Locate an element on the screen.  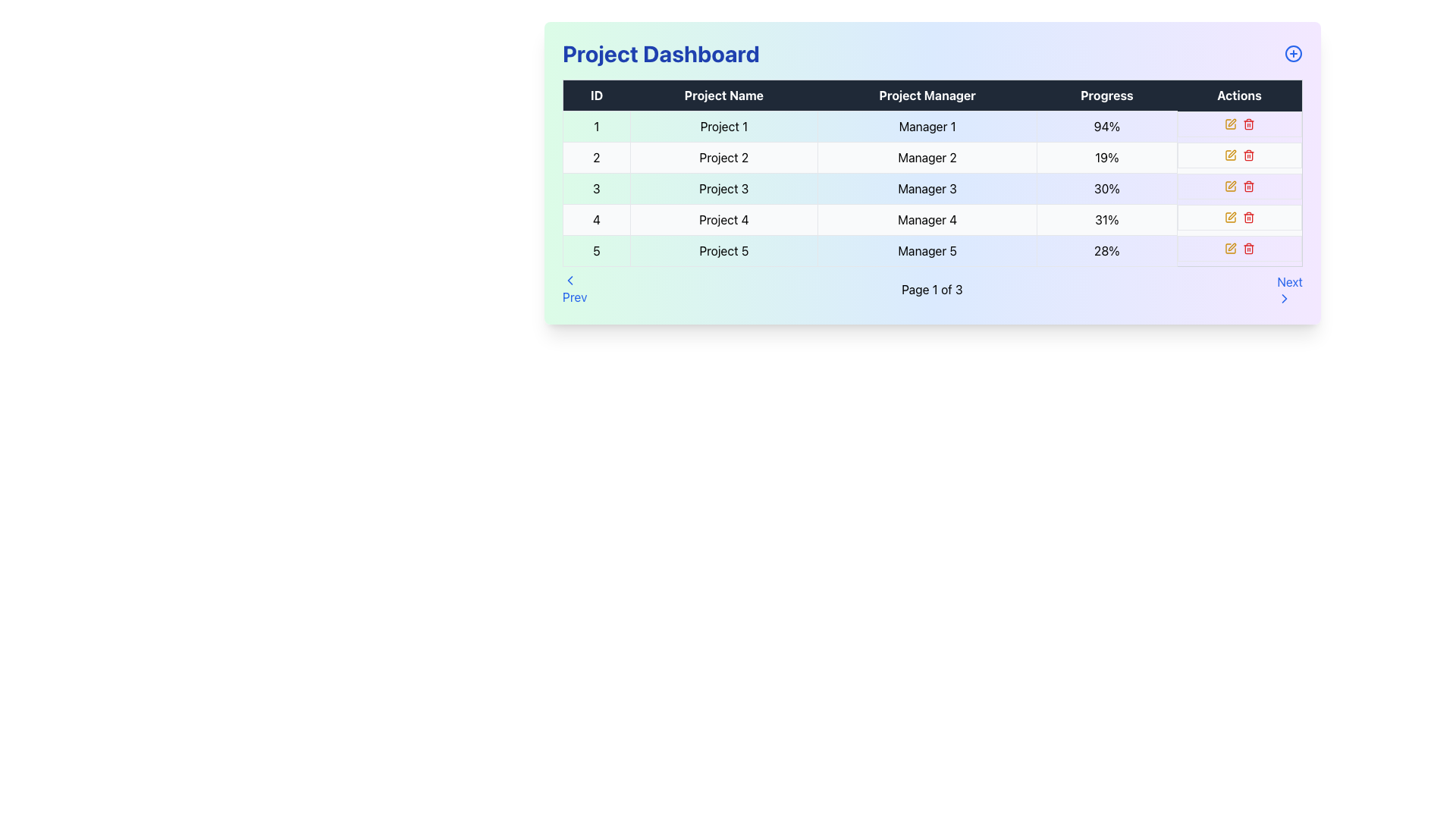
the static text label displaying the project manager's name for 'Project 1' located in the table at the intersection of the corresponding row and the column labeled 'Project Manager' is located at coordinates (927, 125).